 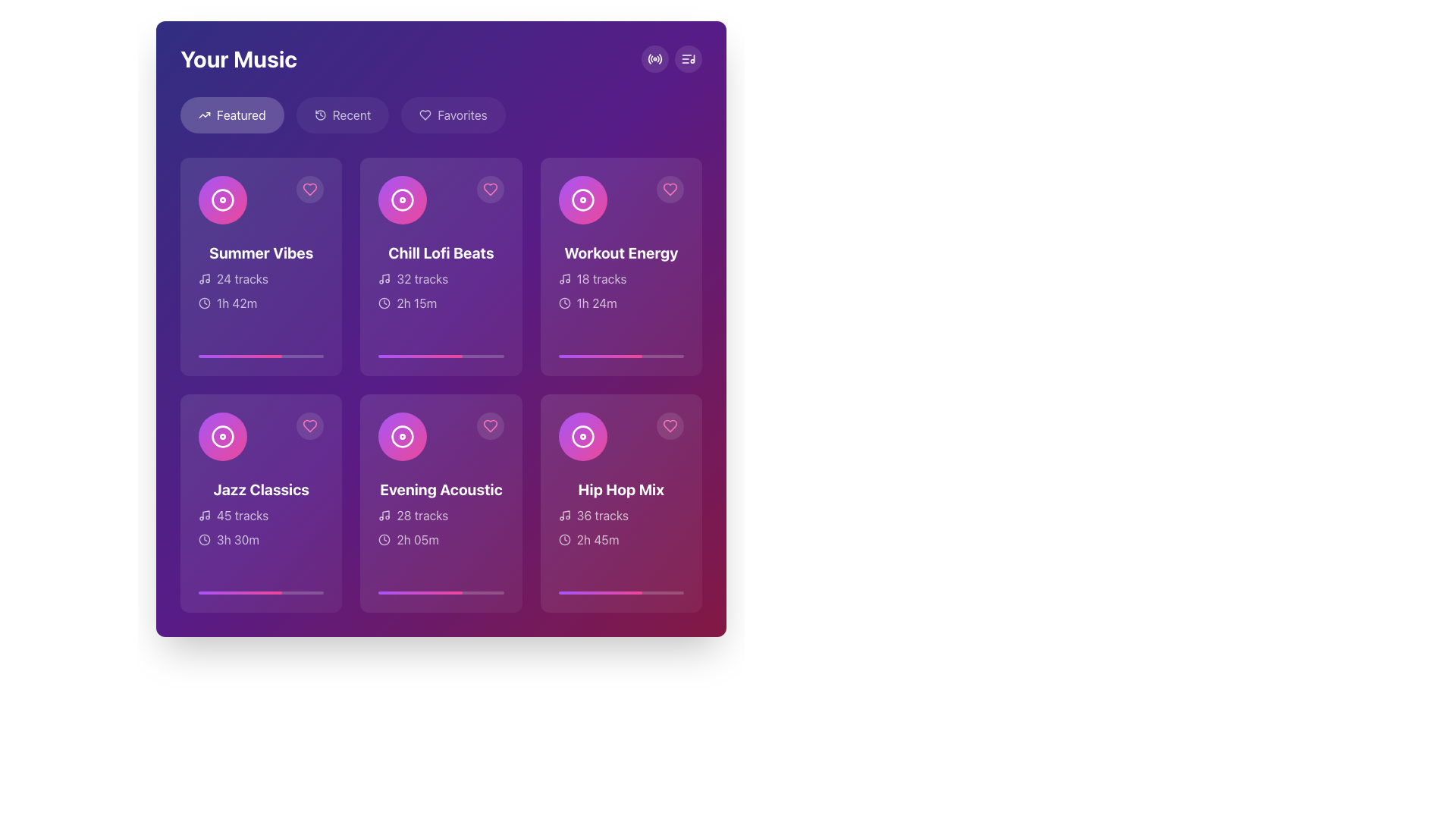 I want to click on the text label that displays the title of a music playlist located under the heading 'Your Music', positioned directly below a circular icon in the second column of the first row of a grid layout, so click(x=440, y=253).